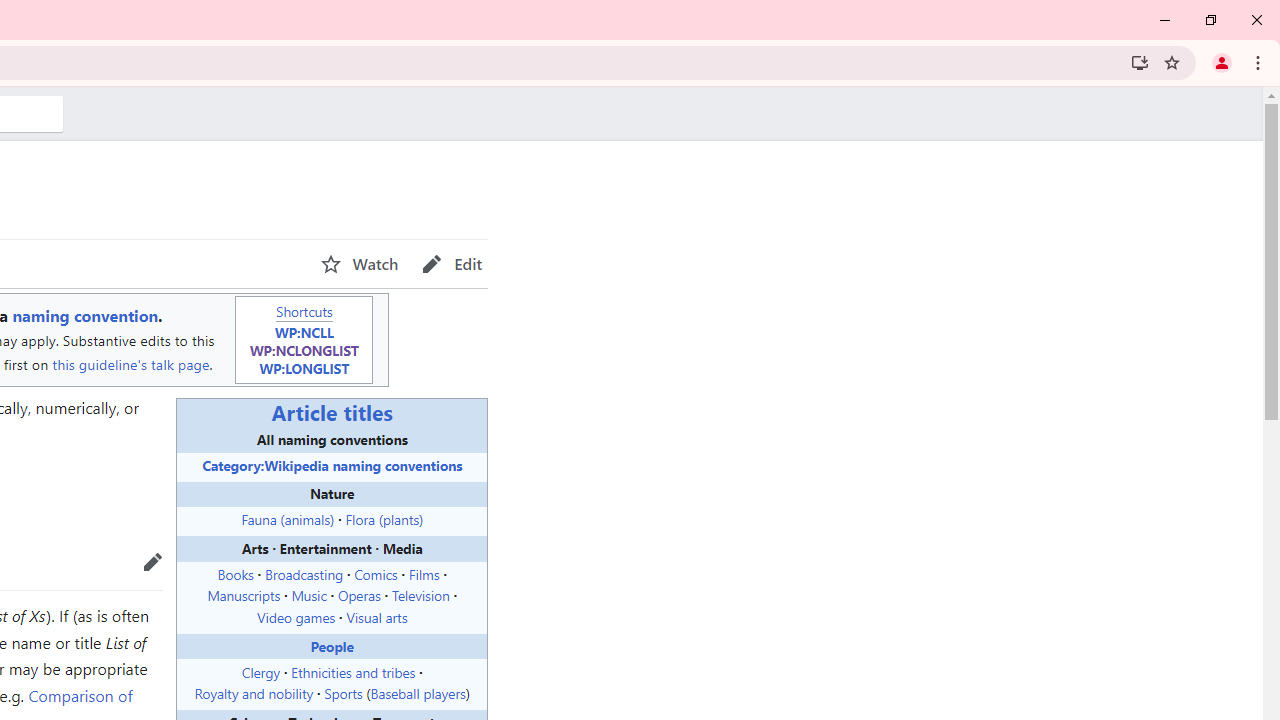 The image size is (1280, 720). I want to click on 'Fauna (animals)', so click(287, 518).